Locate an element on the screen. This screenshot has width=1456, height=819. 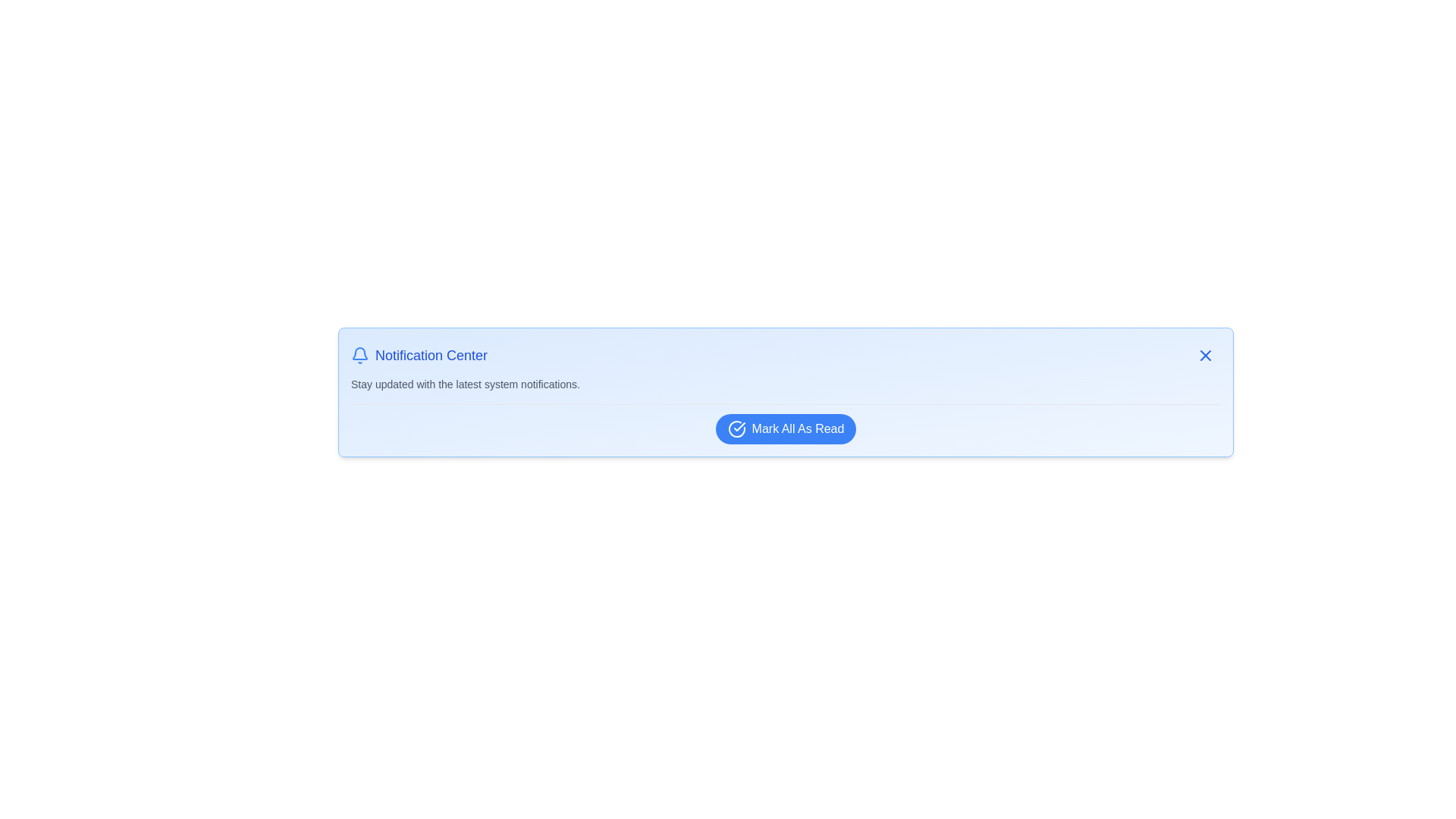
the Label that serves as the title for the notification panel, located at the upper-left corner of the panel, to the left of the description text and above the 'Mark All As Read' button is located at coordinates (419, 356).